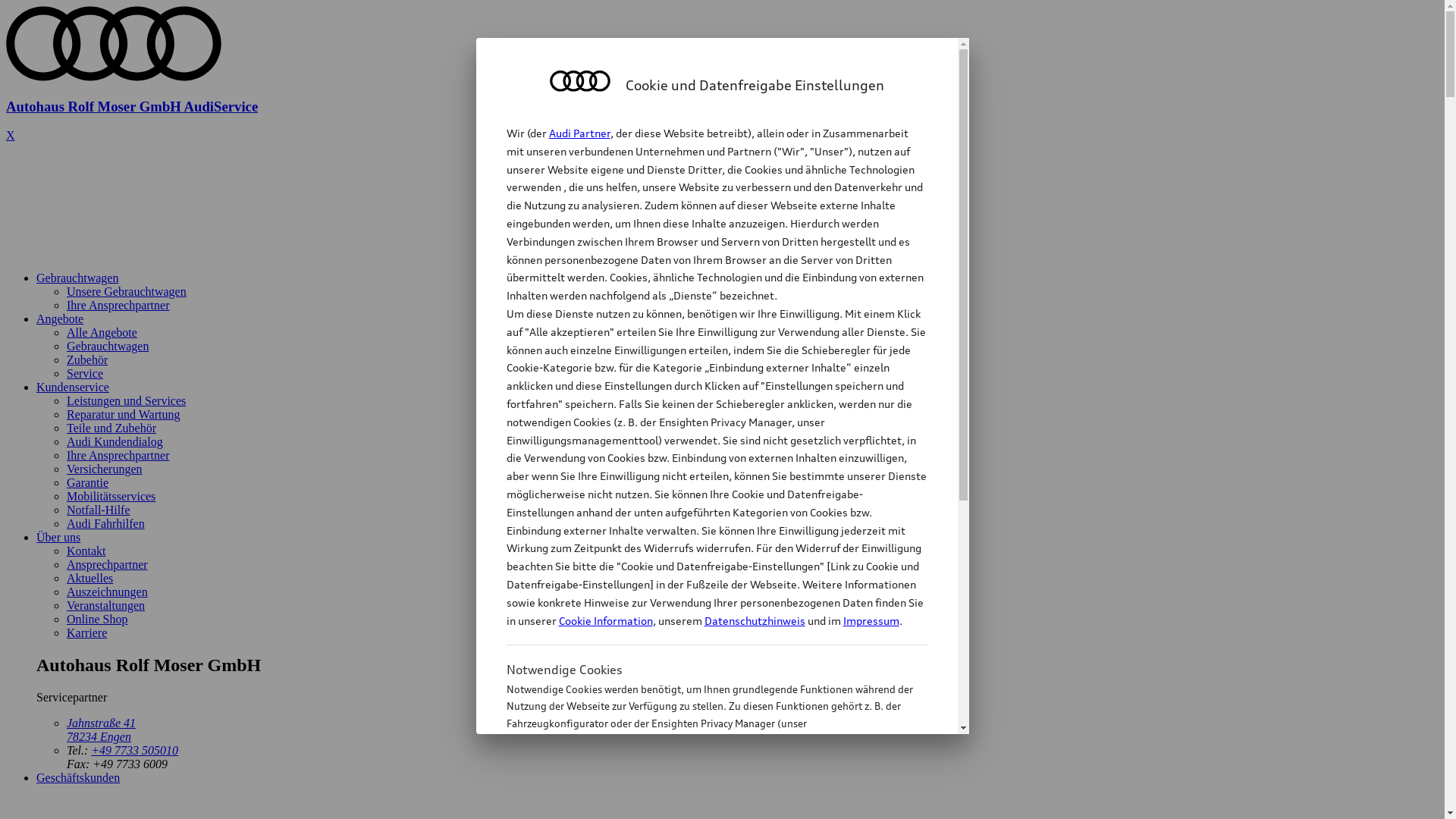  What do you see at coordinates (65, 346) in the screenshot?
I see `'Gebrauchtwagen'` at bounding box center [65, 346].